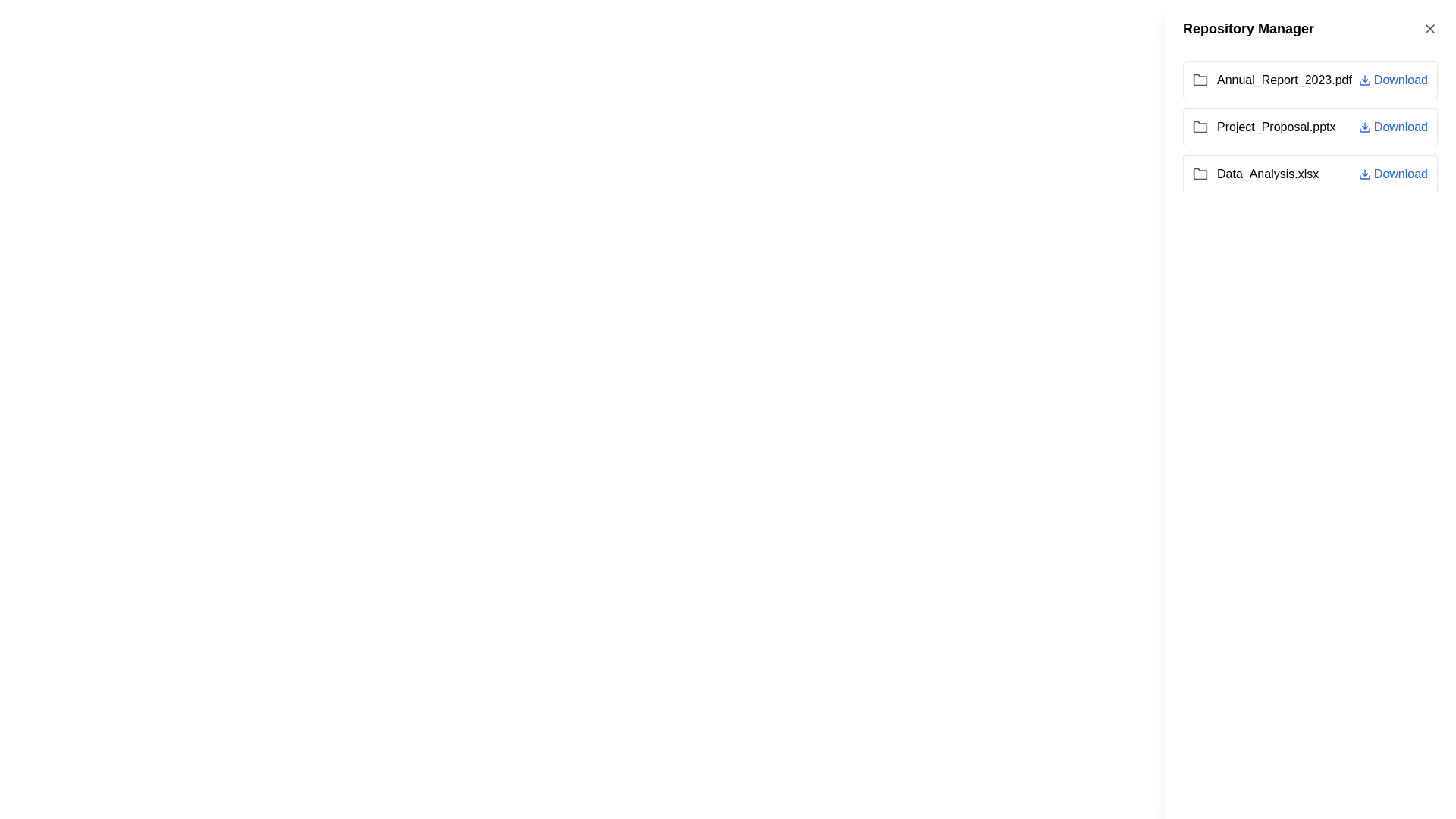 The width and height of the screenshot is (1456, 819). I want to click on on the text label representing the third file in the vertical list, located, so click(1268, 174).